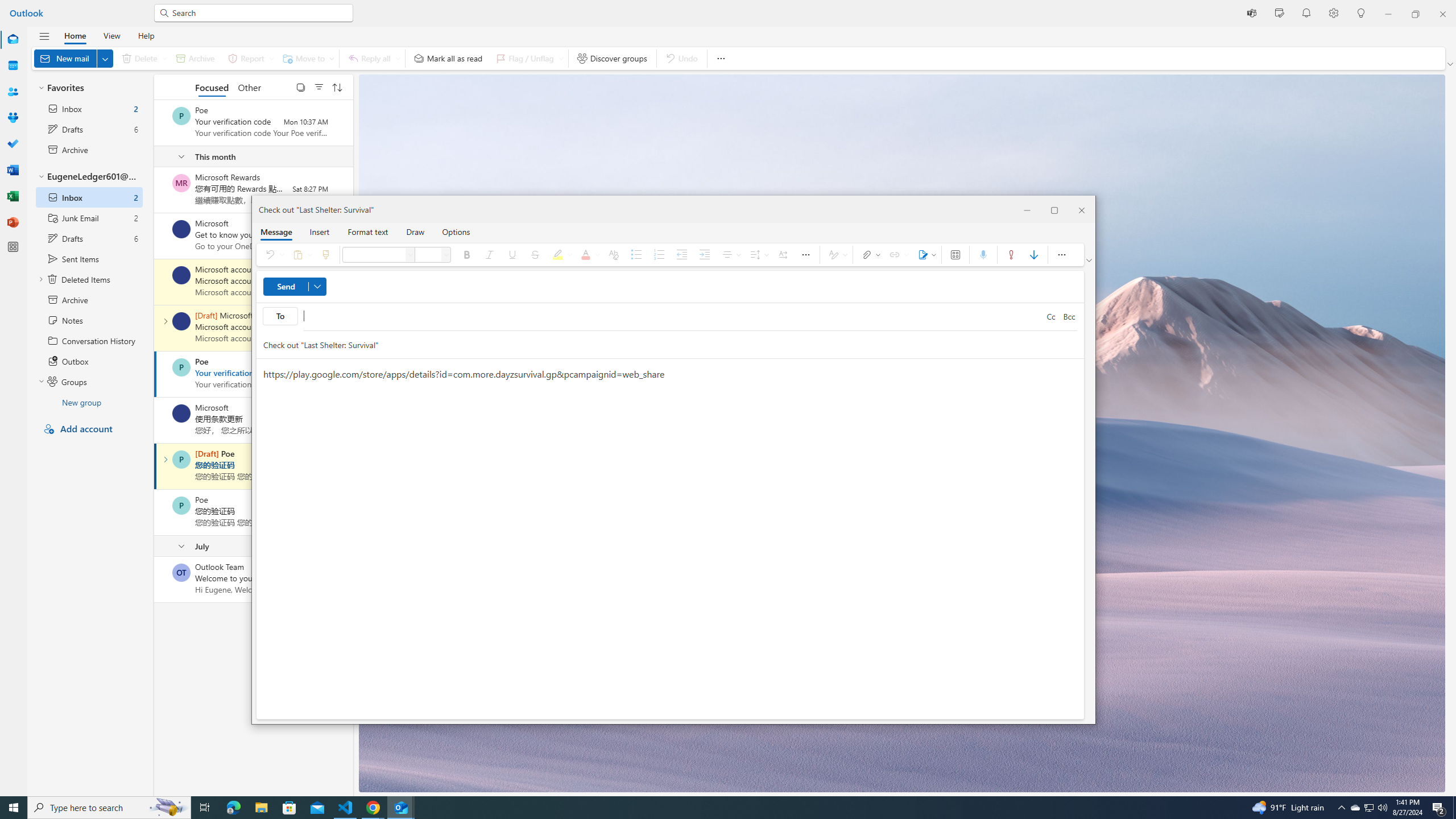 The image size is (1456, 819). I want to click on 'Hide navigation pane', so click(44, 36).